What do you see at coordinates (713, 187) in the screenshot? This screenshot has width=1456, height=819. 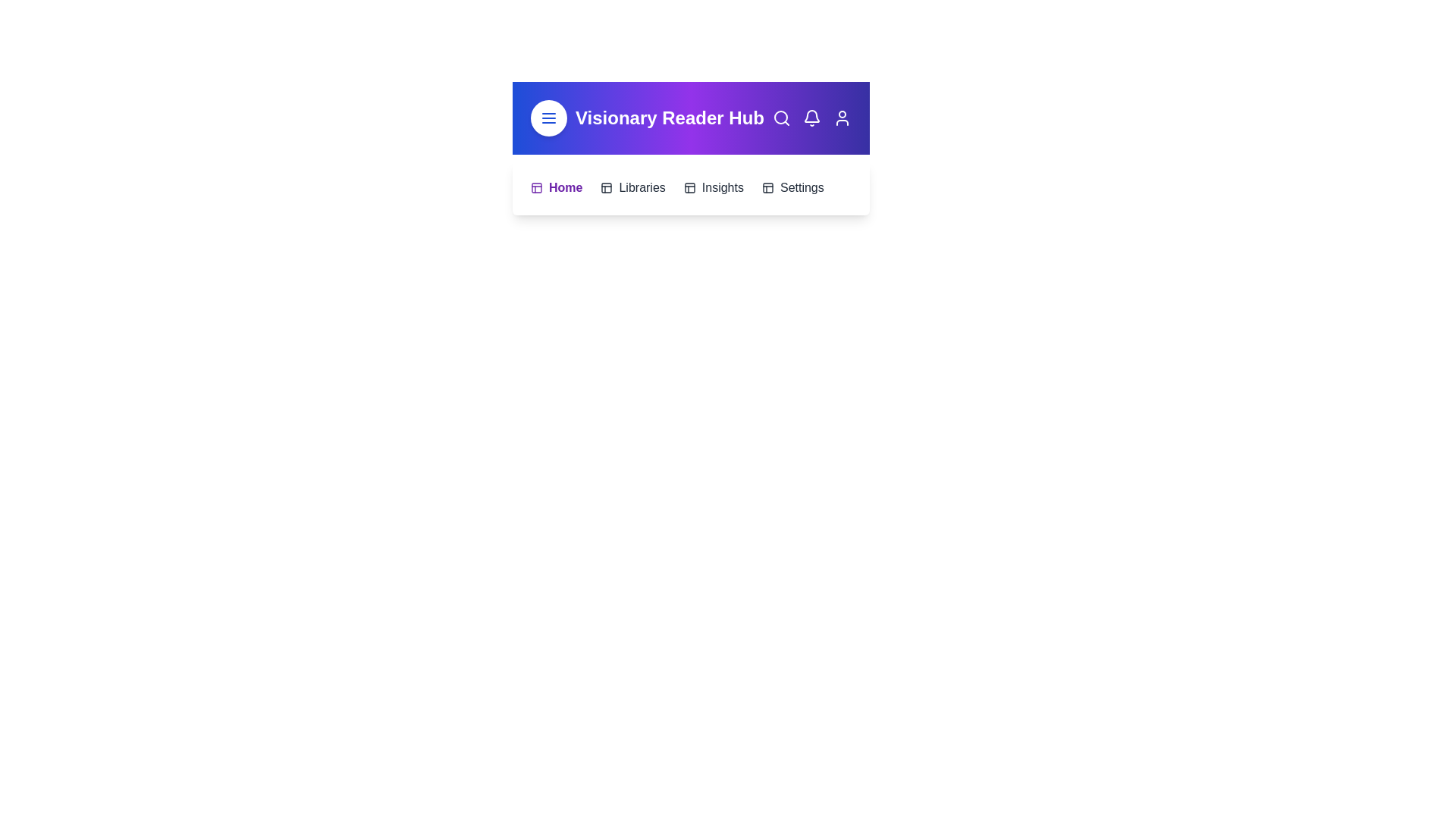 I see `the menu item Insights by clicking on it` at bounding box center [713, 187].